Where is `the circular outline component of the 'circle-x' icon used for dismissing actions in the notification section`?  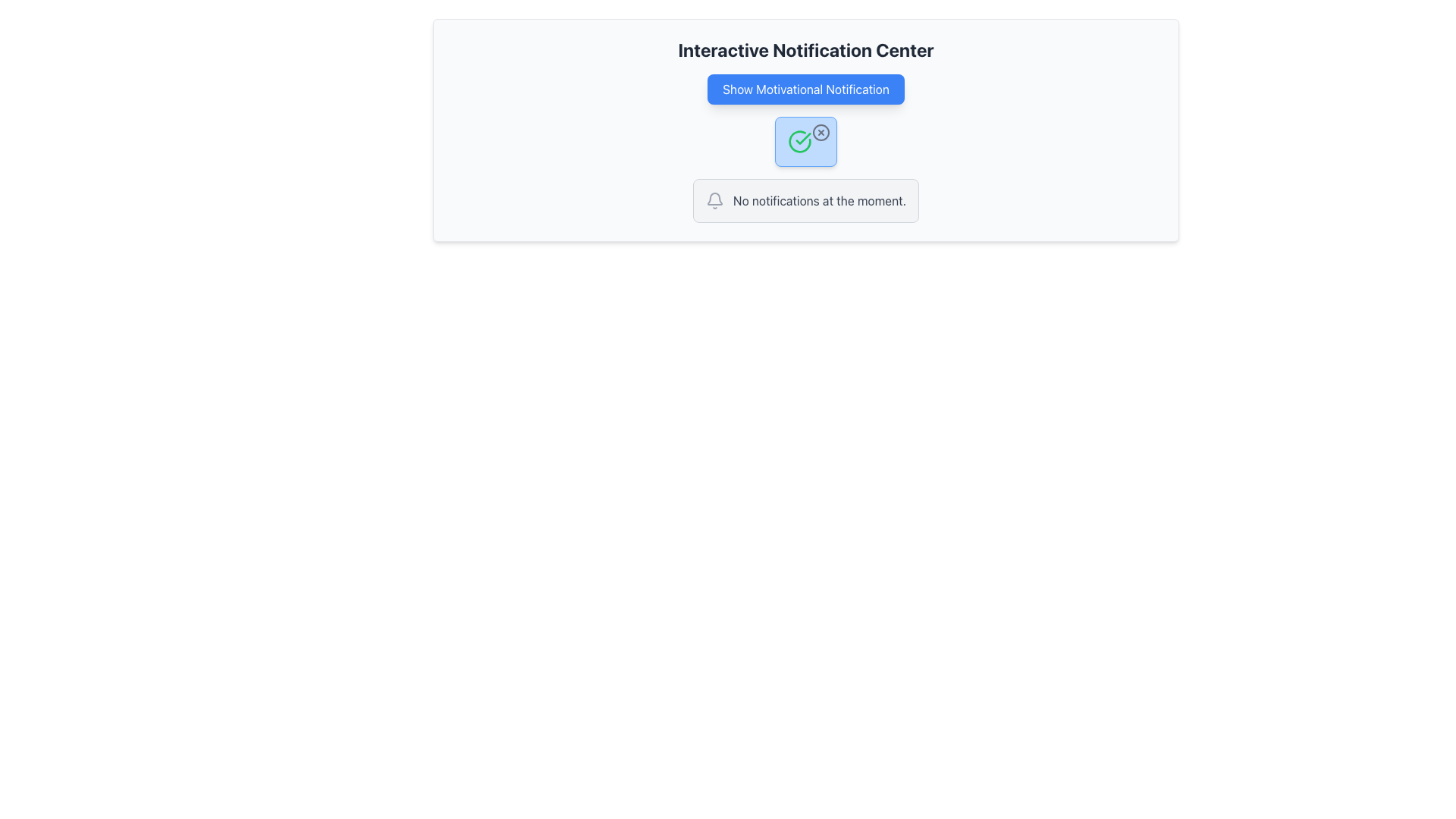
the circular outline component of the 'circle-x' icon used for dismissing actions in the notification section is located at coordinates (821, 131).